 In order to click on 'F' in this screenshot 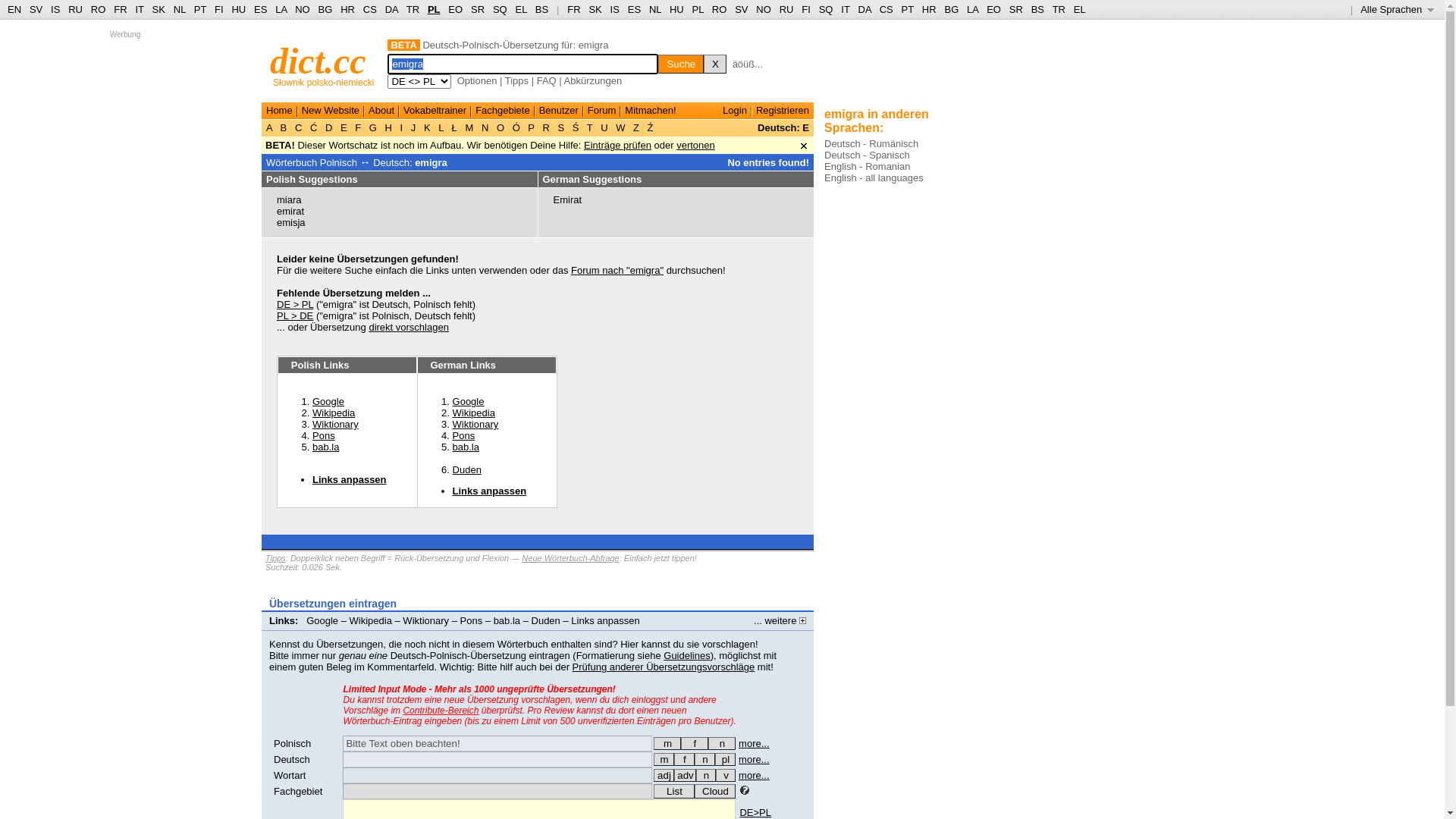, I will do `click(357, 127)`.